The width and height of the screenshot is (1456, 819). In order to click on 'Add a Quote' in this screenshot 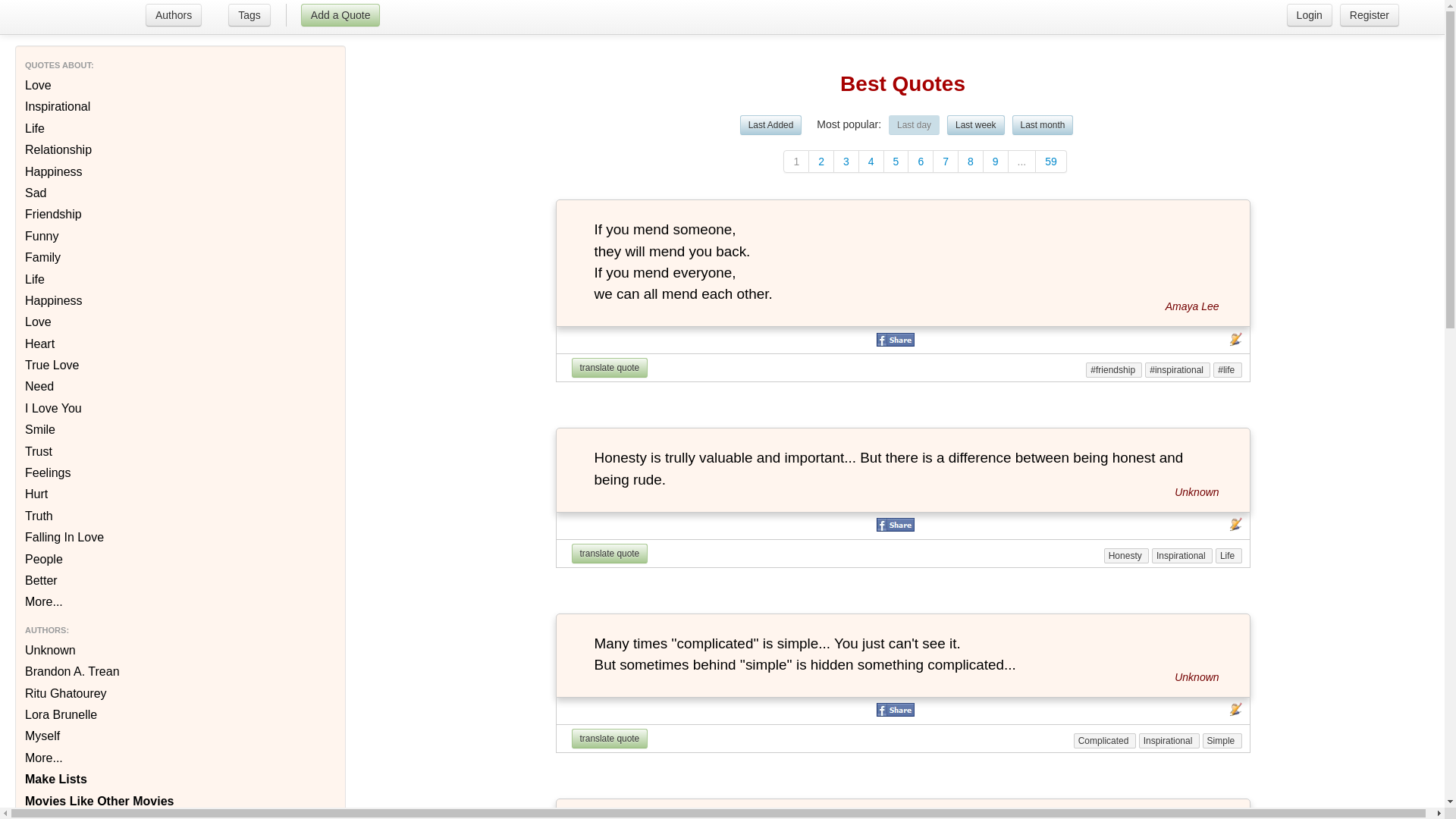, I will do `click(340, 14)`.